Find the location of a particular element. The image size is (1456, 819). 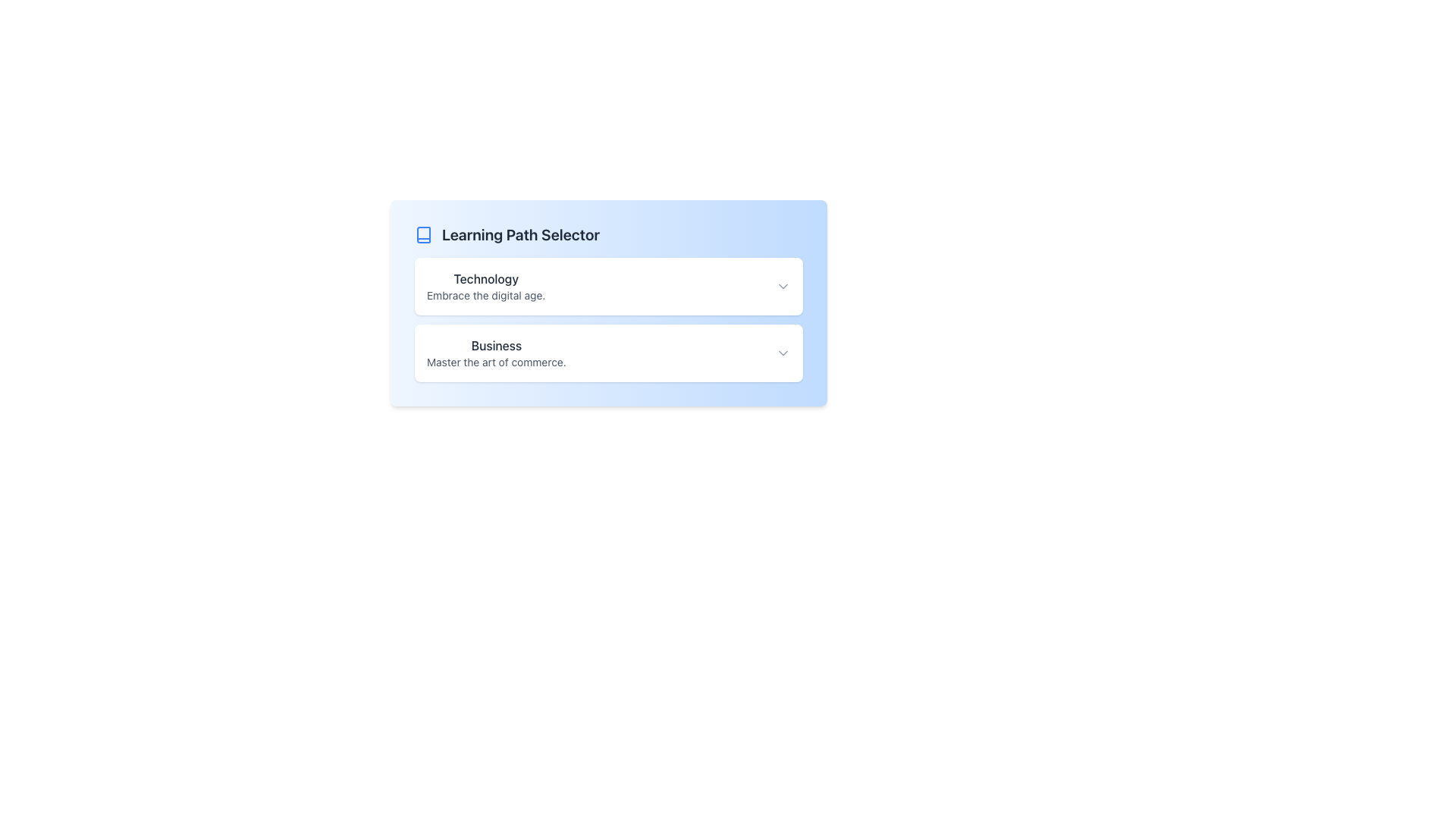

the icon located on the right side of the 'Technology' header is located at coordinates (783, 287).